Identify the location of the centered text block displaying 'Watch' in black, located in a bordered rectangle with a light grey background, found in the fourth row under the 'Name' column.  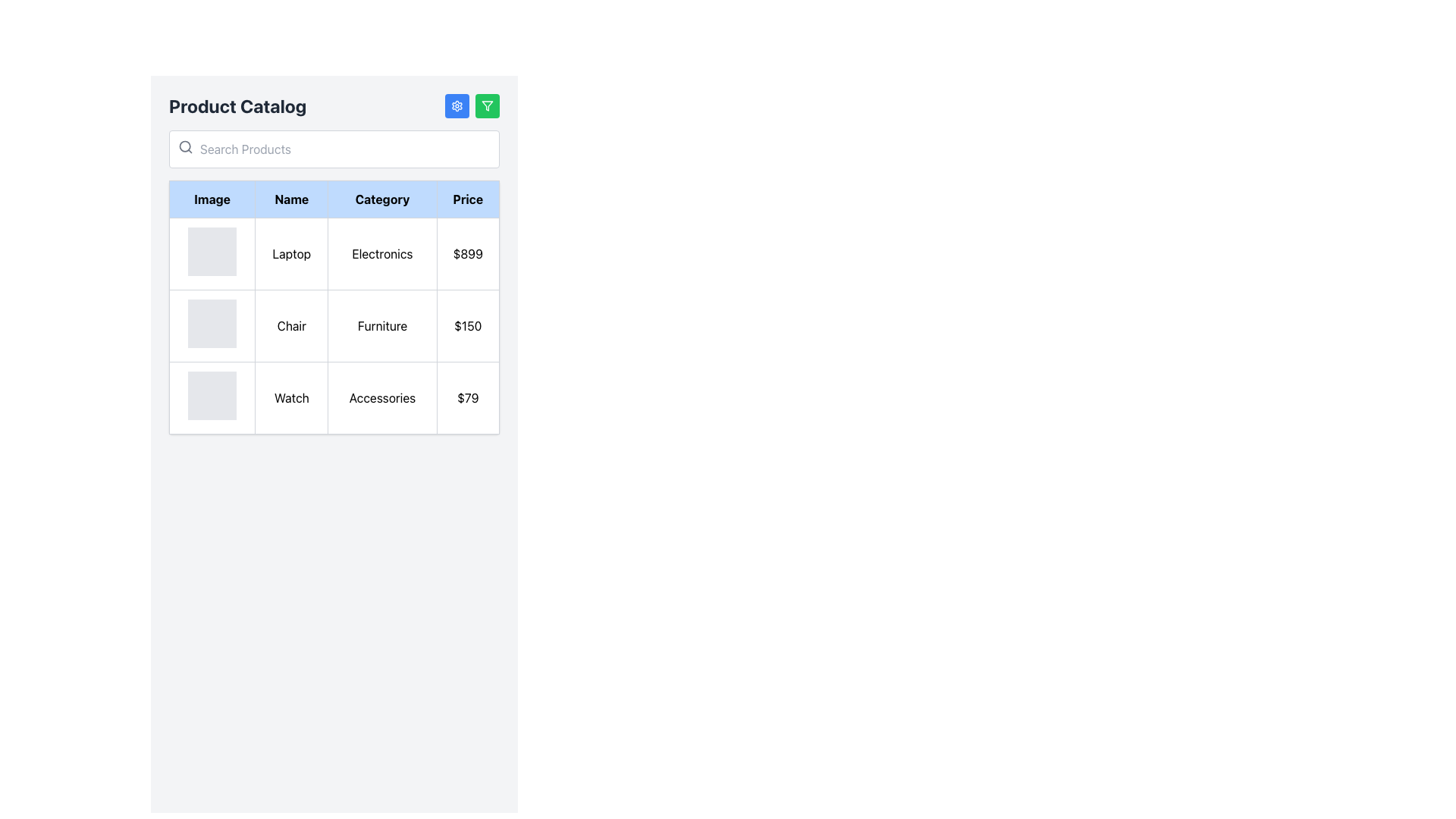
(291, 397).